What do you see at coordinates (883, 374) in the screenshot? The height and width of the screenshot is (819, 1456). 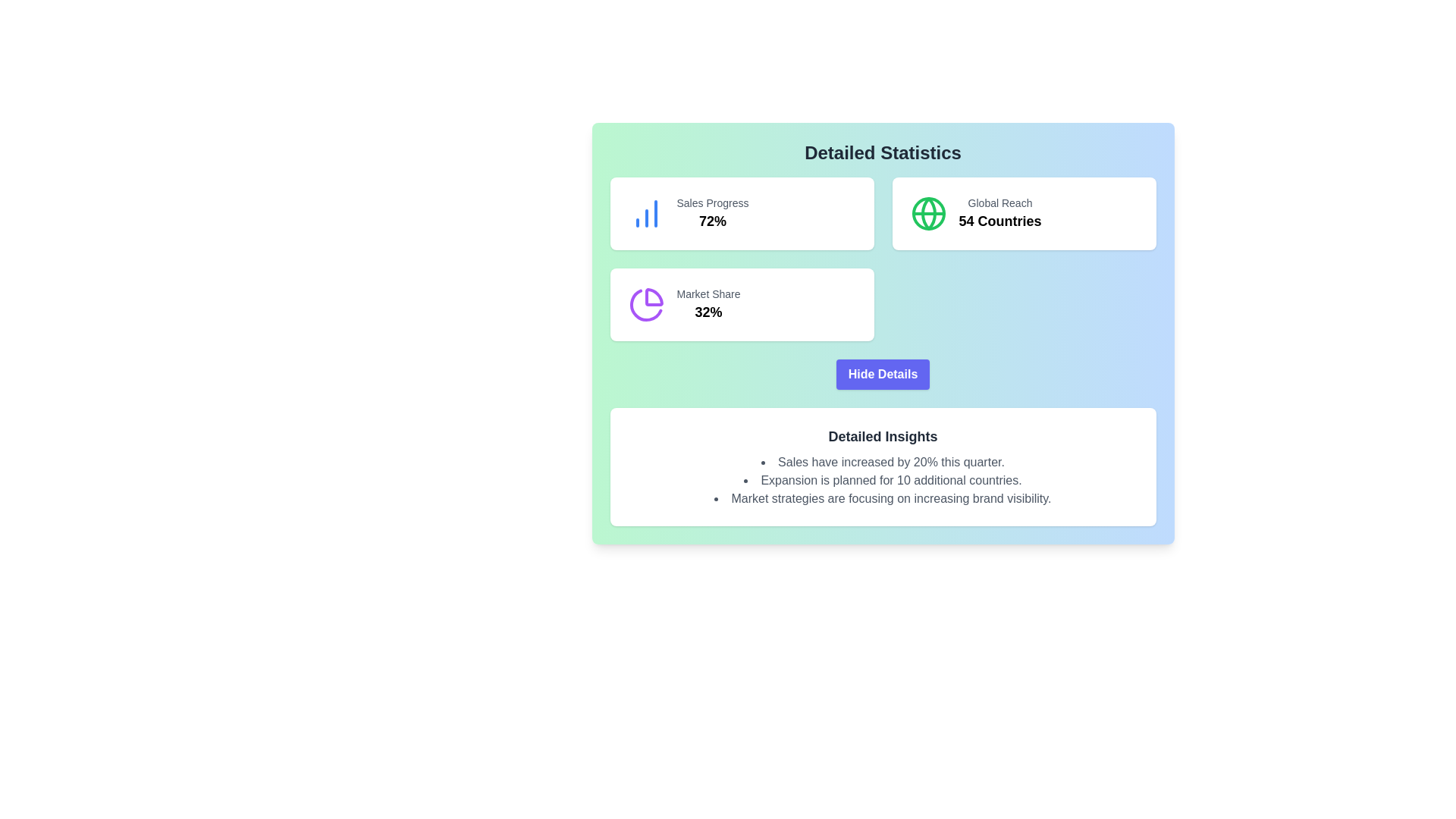 I see `the 'Hide Details' button` at bounding box center [883, 374].